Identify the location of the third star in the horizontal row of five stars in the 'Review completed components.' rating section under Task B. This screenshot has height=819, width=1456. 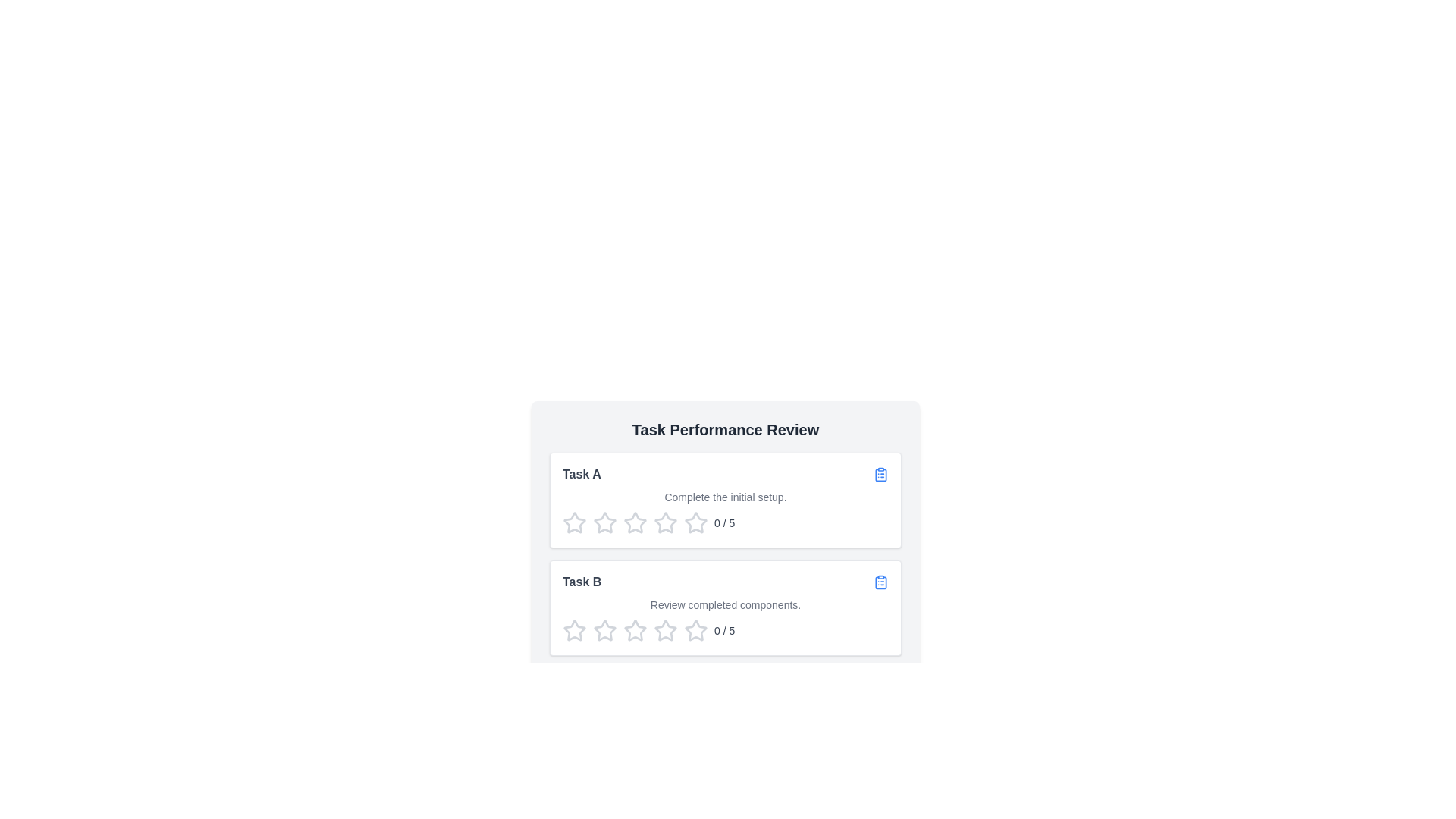
(604, 631).